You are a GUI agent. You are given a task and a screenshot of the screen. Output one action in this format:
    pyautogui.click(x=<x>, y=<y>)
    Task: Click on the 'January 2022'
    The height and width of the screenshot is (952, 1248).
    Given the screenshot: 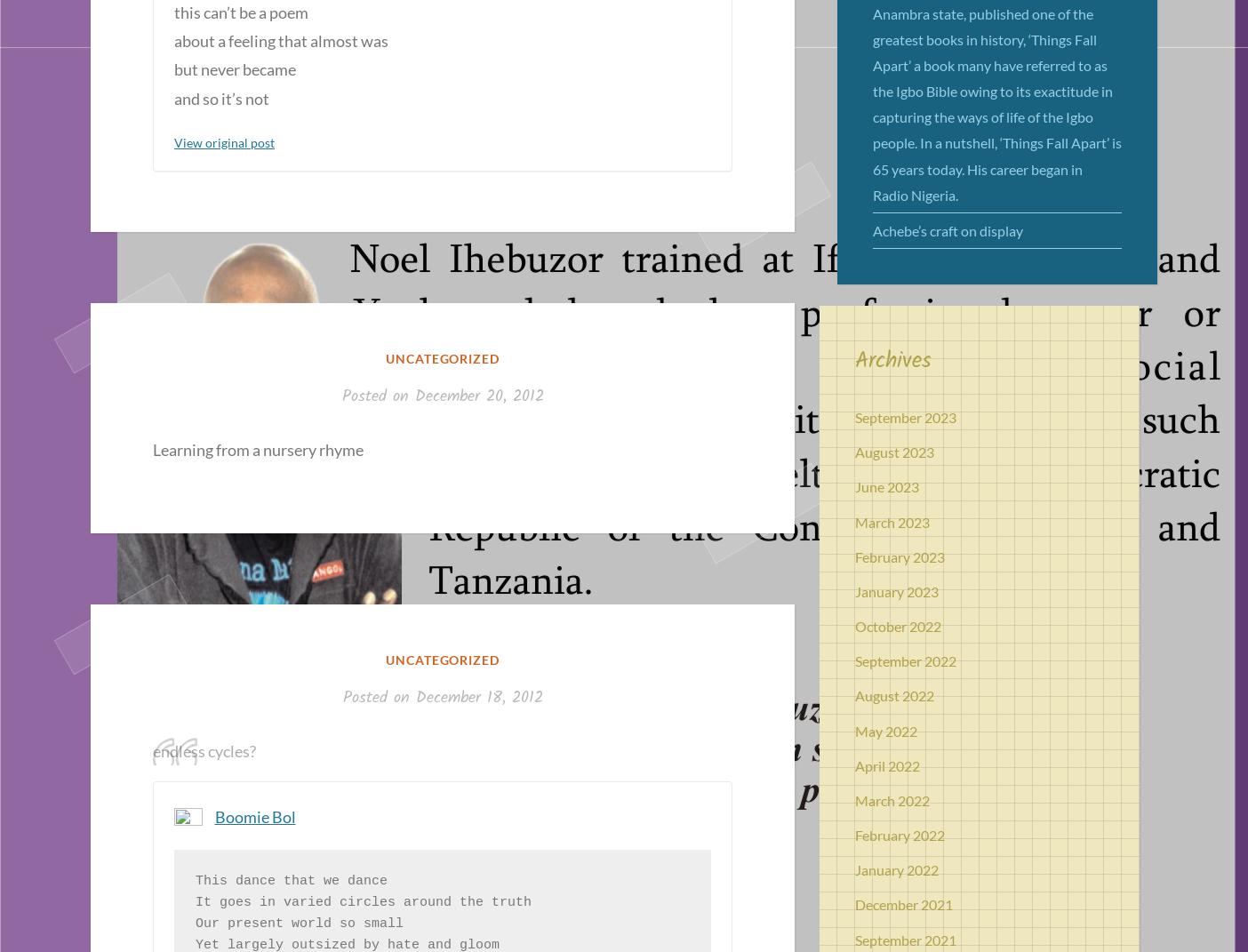 What is the action you would take?
    pyautogui.click(x=897, y=868)
    